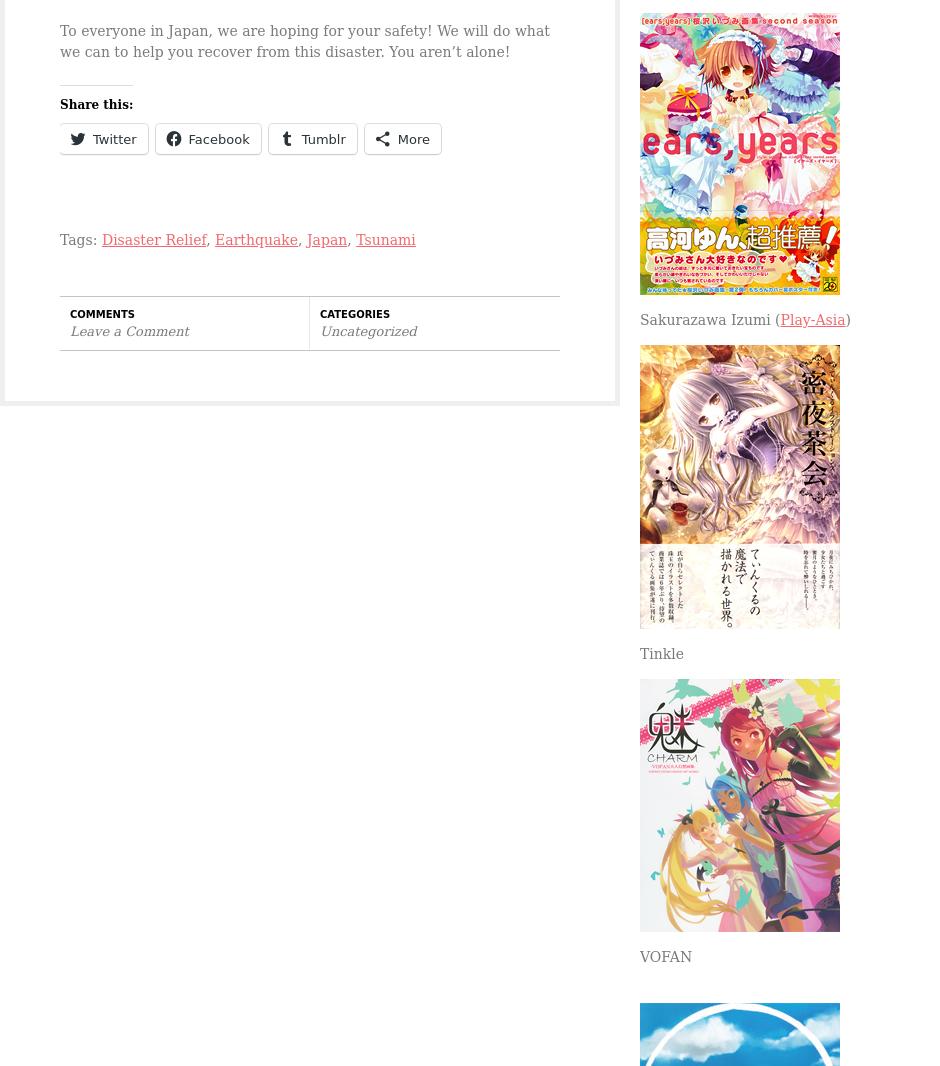 The width and height of the screenshot is (940, 1066). What do you see at coordinates (779, 320) in the screenshot?
I see `'Play-Asia'` at bounding box center [779, 320].